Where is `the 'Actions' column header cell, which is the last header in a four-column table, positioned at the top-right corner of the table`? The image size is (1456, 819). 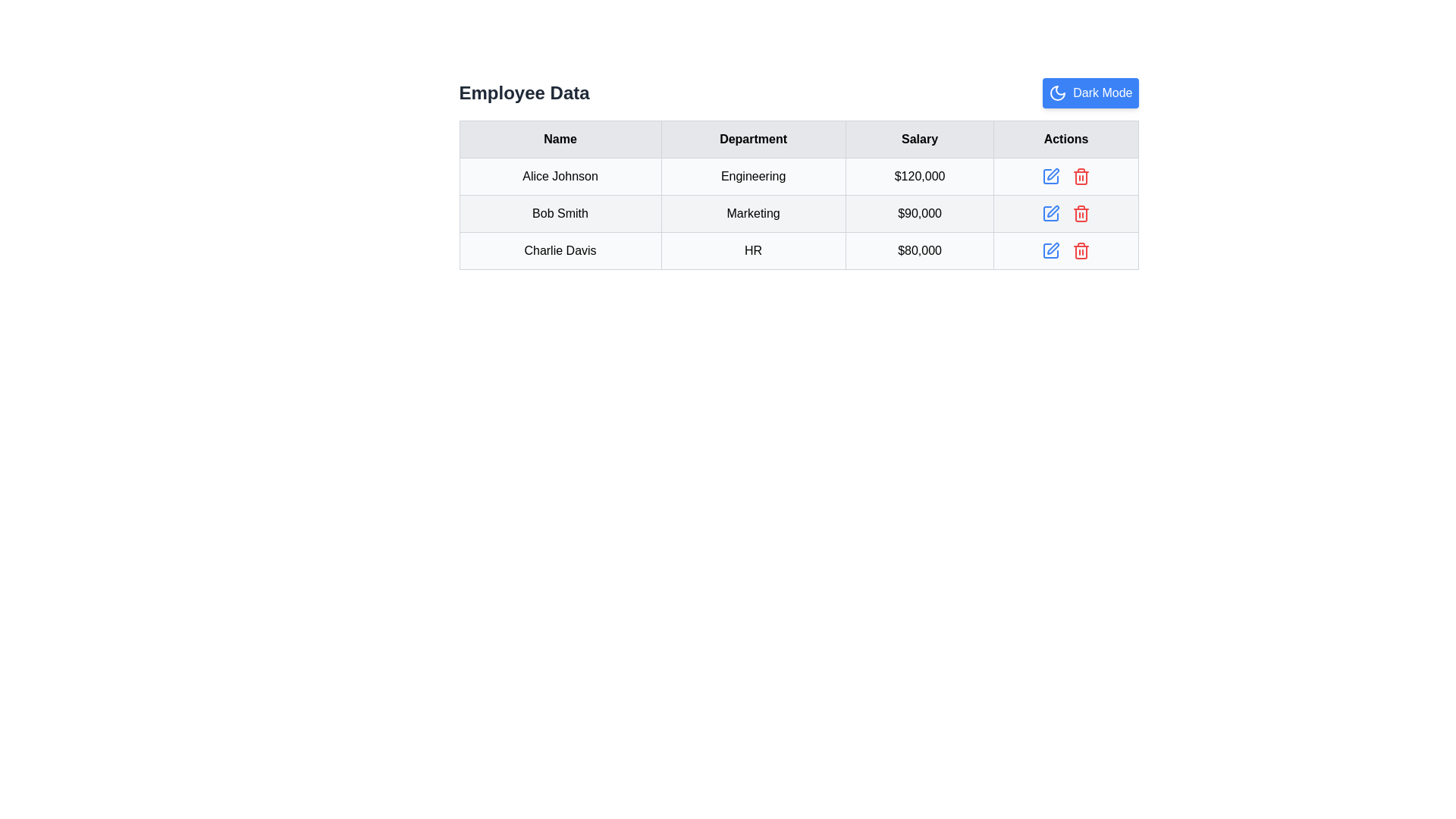 the 'Actions' column header cell, which is the last header in a four-column table, positioned at the top-right corner of the table is located at coordinates (1065, 140).